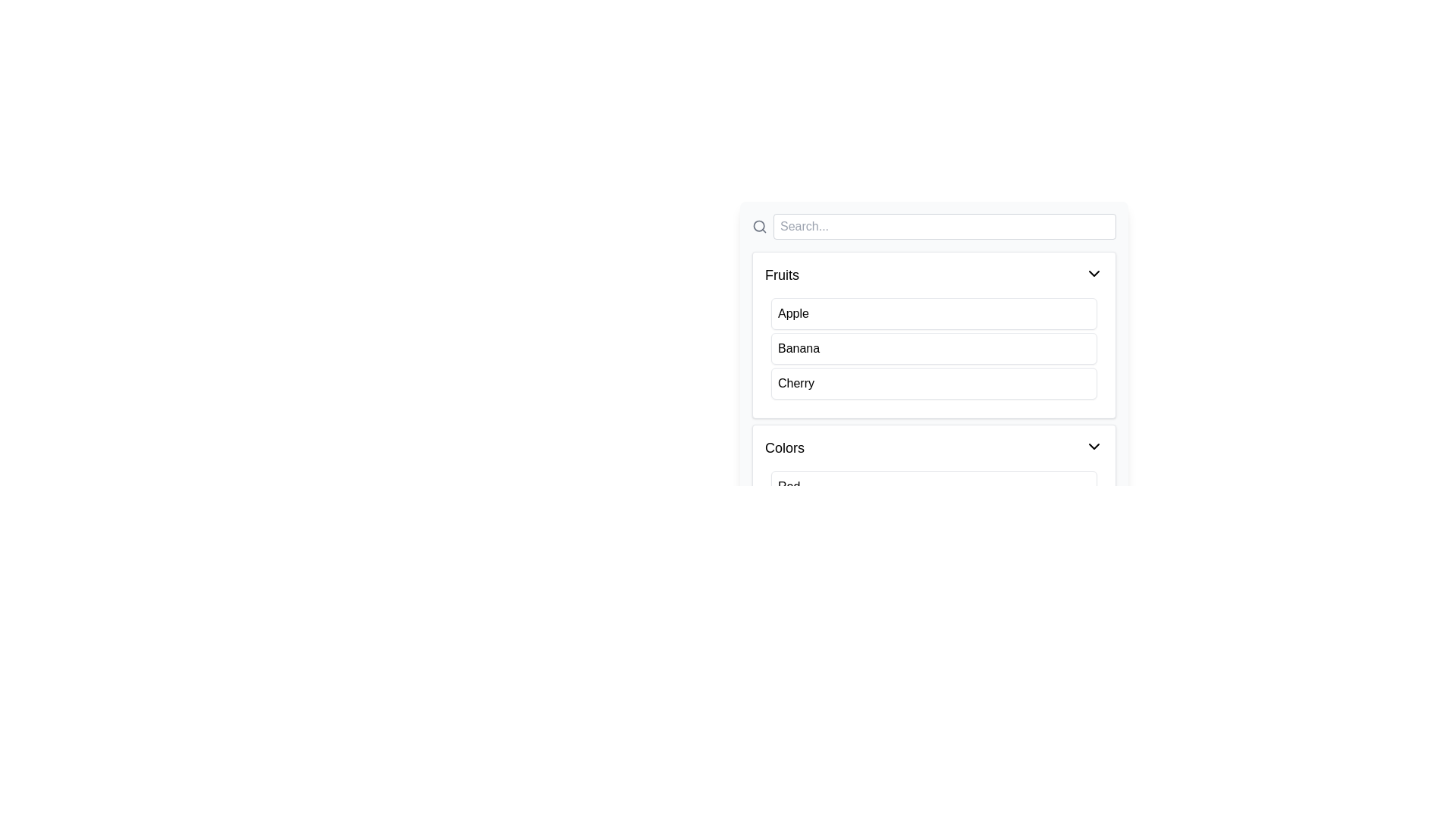 The height and width of the screenshot is (819, 1456). Describe the element at coordinates (934, 508) in the screenshot. I see `the 'Colors' dropdown selection menu` at that location.